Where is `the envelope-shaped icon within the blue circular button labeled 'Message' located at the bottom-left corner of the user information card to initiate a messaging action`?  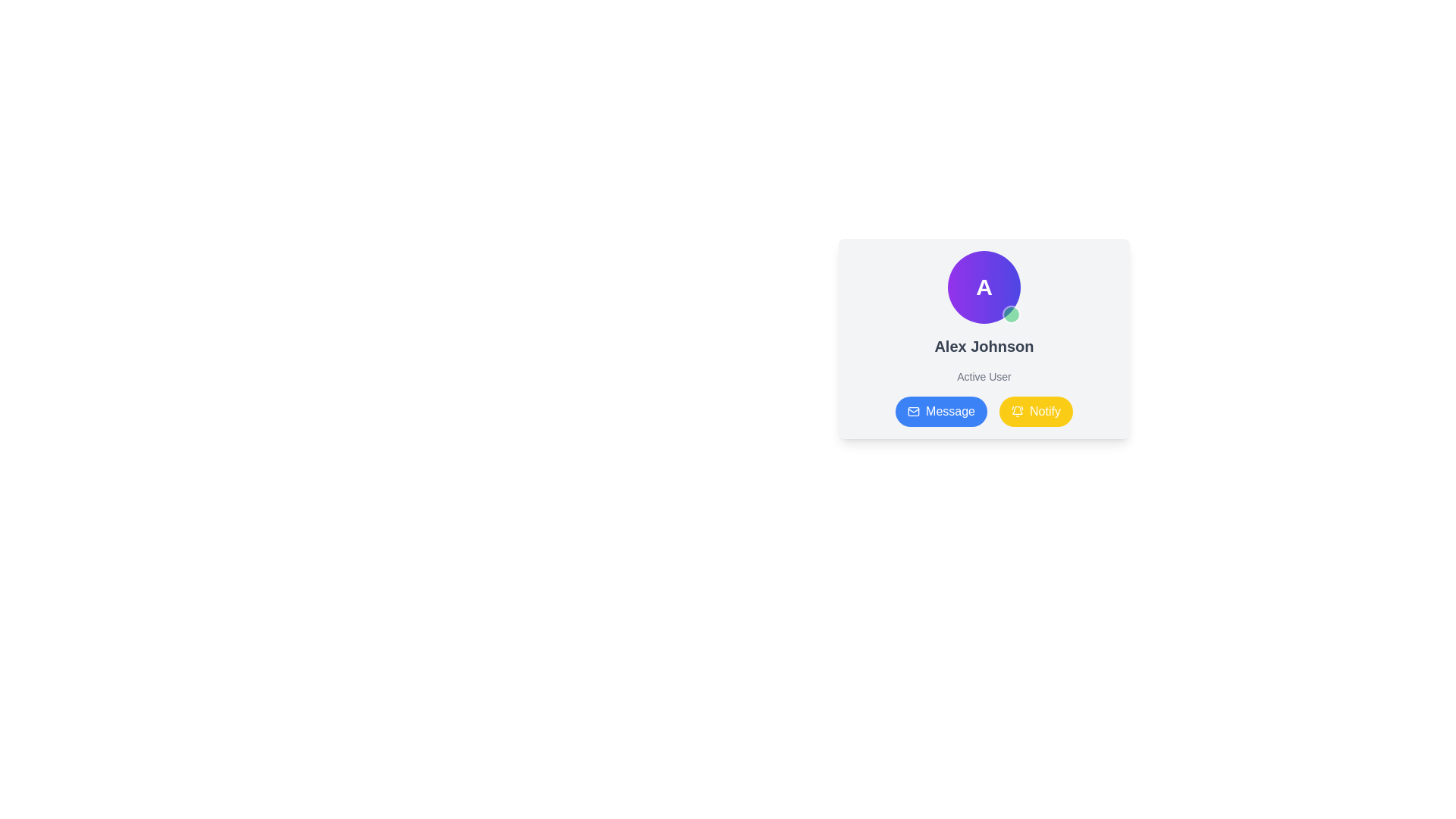
the envelope-shaped icon within the blue circular button labeled 'Message' located at the bottom-left corner of the user information card to initiate a messaging action is located at coordinates (912, 412).